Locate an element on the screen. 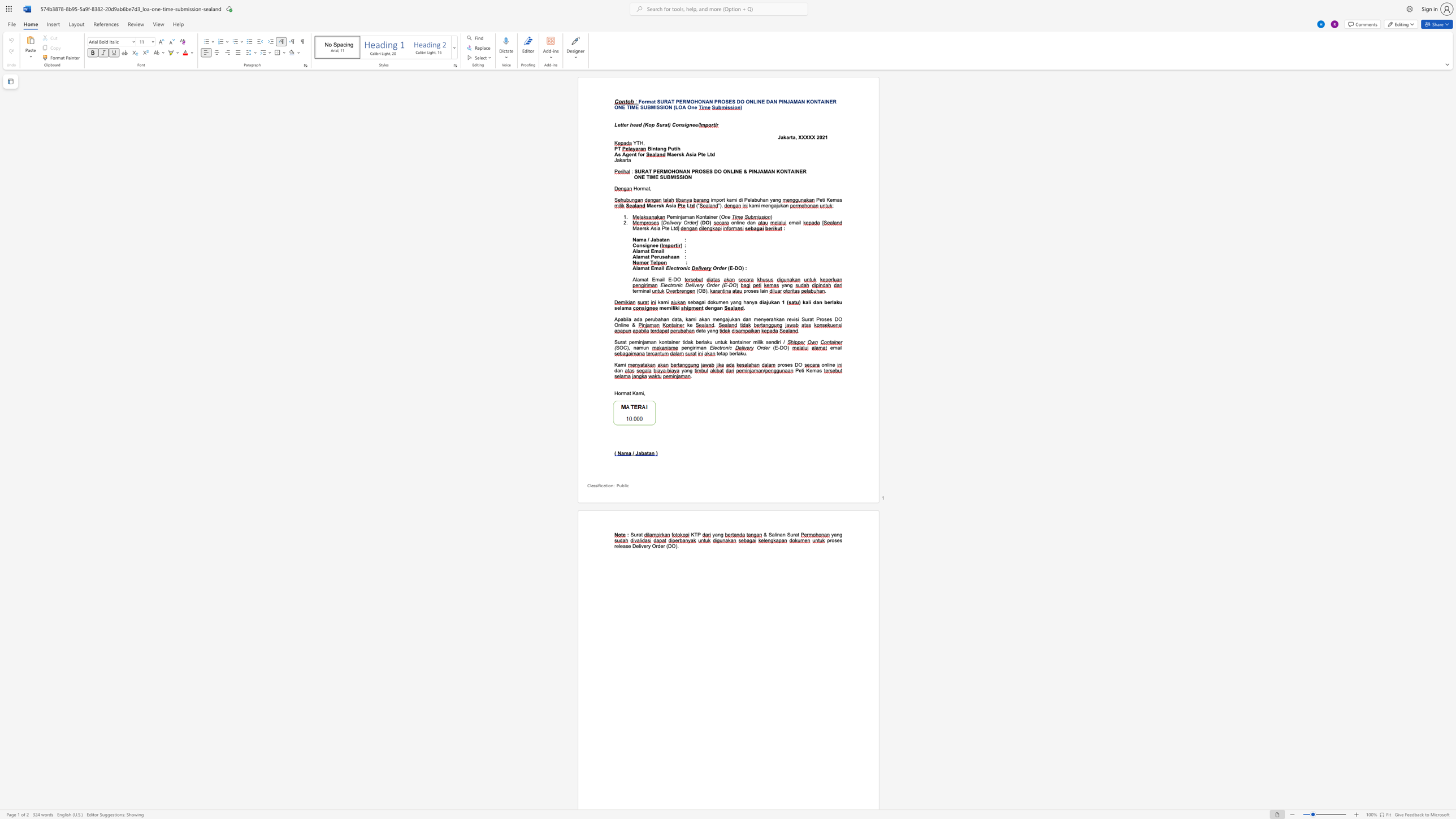 The width and height of the screenshot is (1456, 819). the subset text "d]" within the text "Maersk Asia Pte Ltd]" is located at coordinates (674, 228).